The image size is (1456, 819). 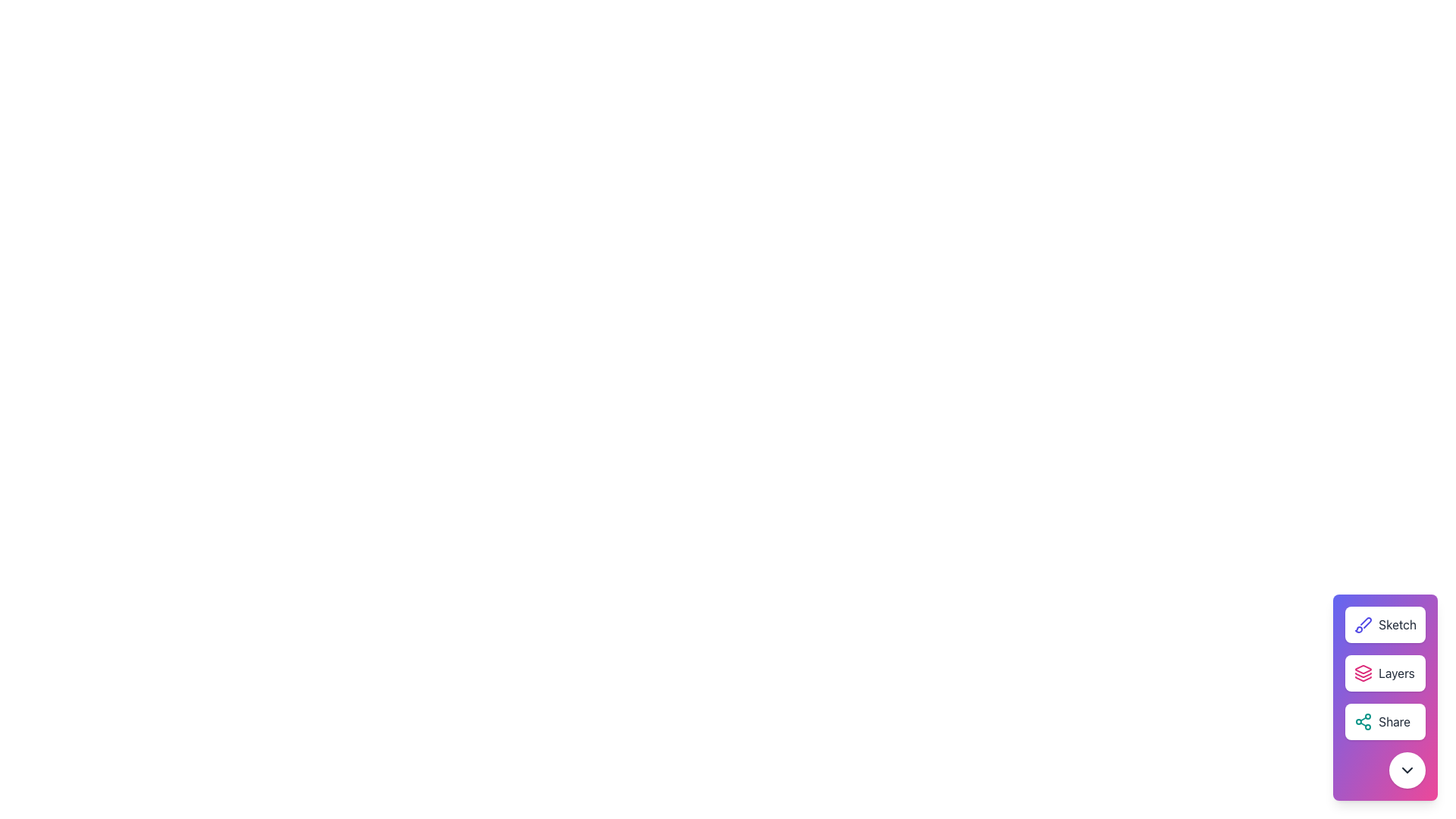 I want to click on the brush icon labeled 'Sketch', so click(x=1363, y=625).